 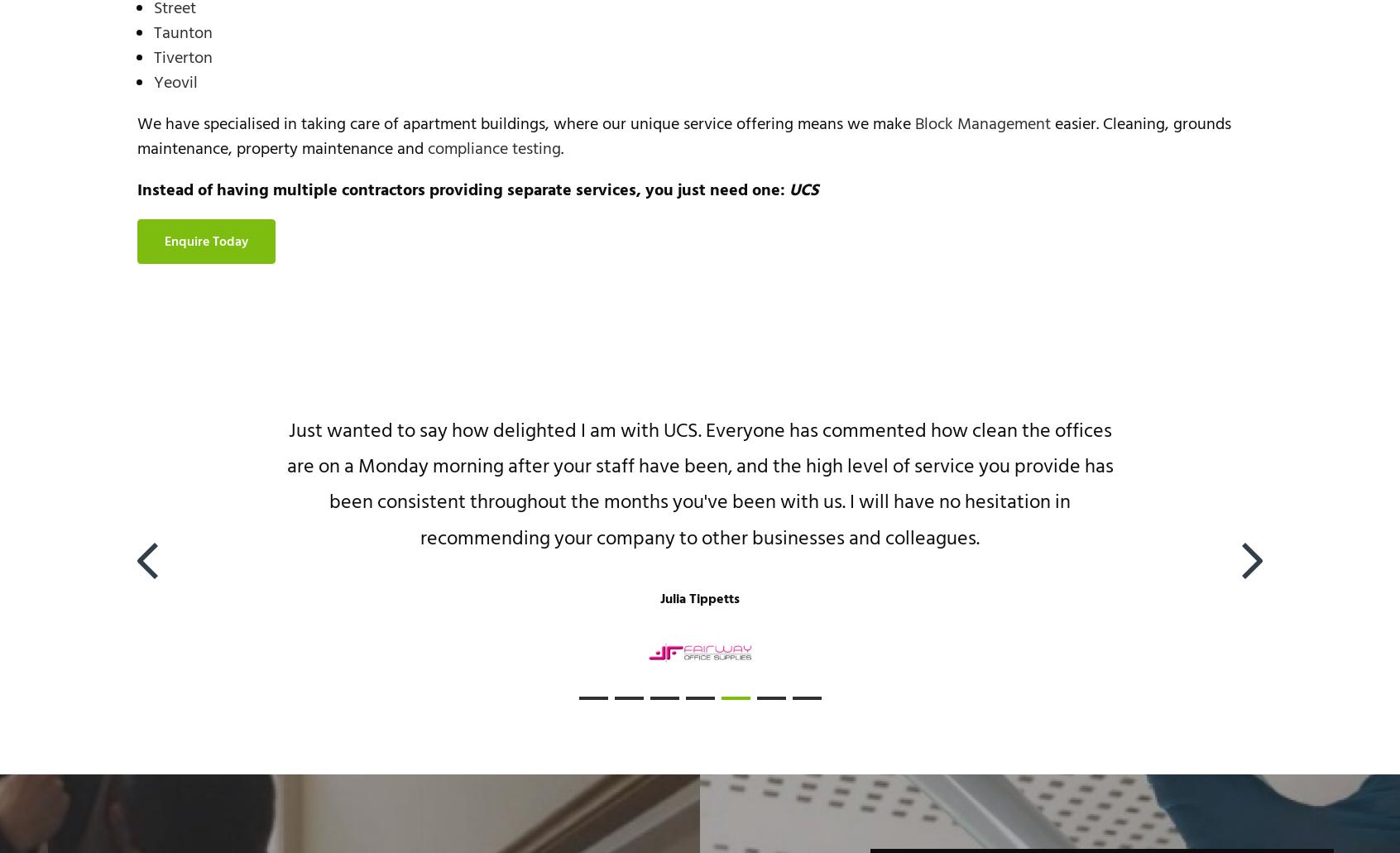 What do you see at coordinates (183, 58) in the screenshot?
I see `'Tiverton'` at bounding box center [183, 58].